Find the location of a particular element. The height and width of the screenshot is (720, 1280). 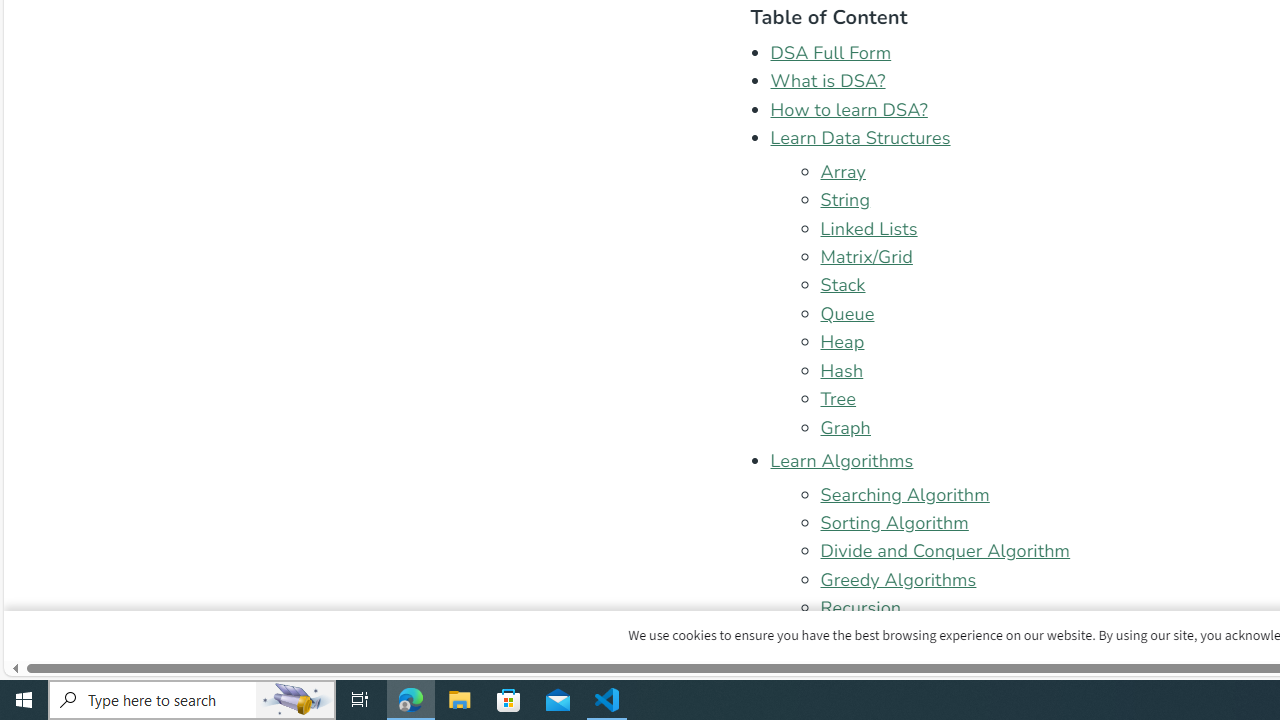

'Heap' is located at coordinates (842, 341).